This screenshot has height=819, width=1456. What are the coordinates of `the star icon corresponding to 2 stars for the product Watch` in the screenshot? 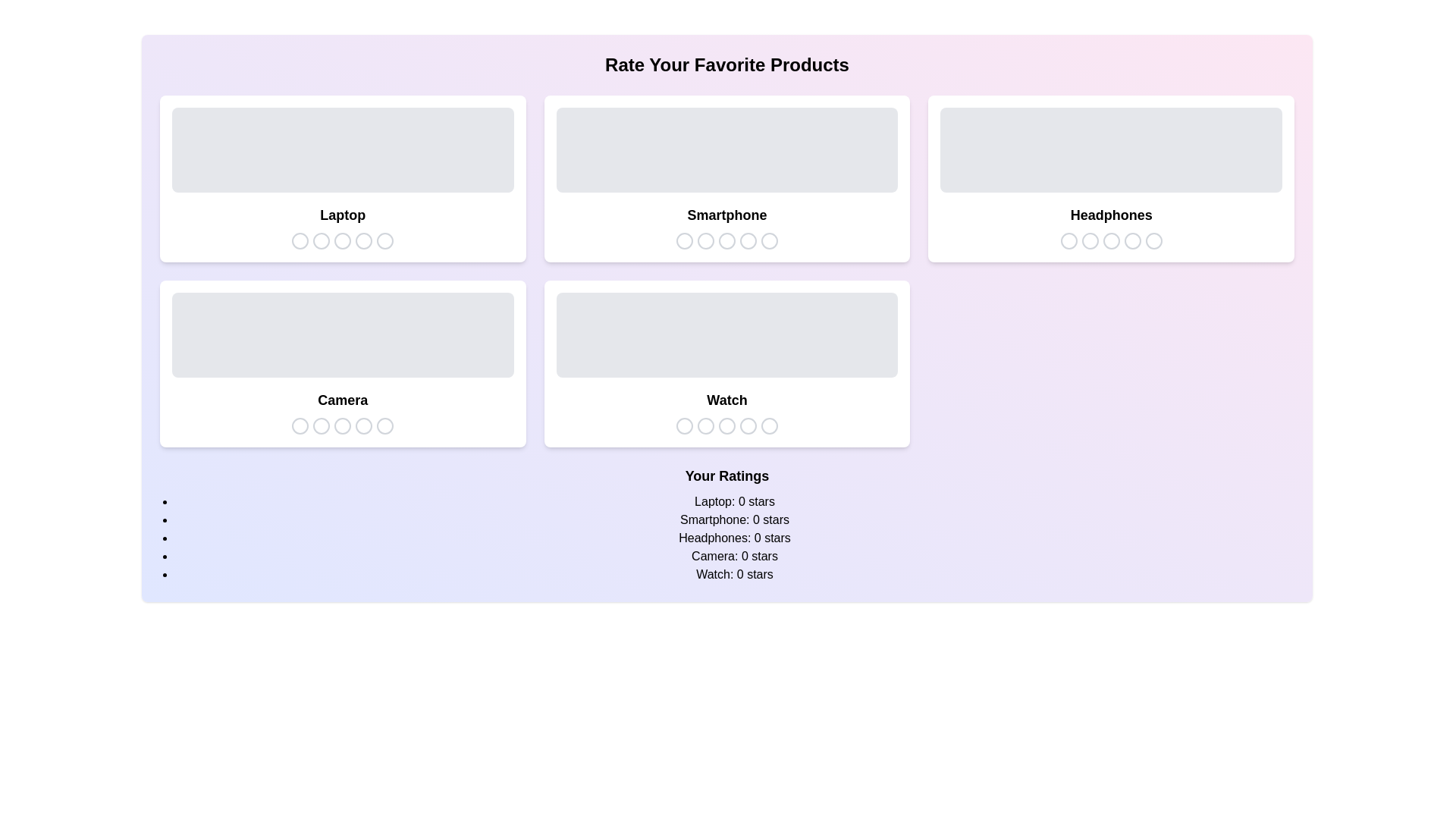 It's located at (704, 426).